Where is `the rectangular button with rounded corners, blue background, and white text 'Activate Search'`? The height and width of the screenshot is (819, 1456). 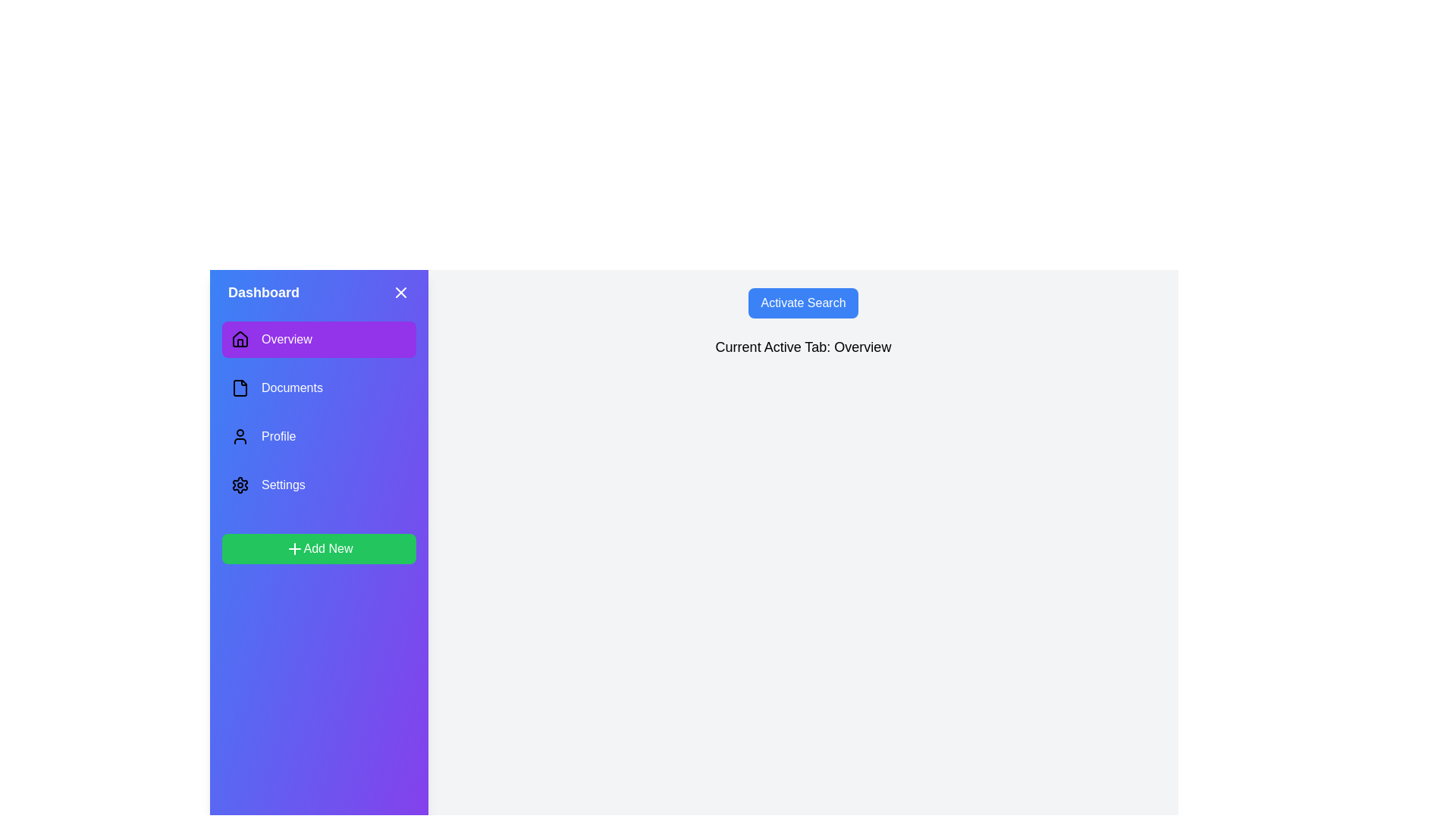
the rectangular button with rounded corners, blue background, and white text 'Activate Search' is located at coordinates (802, 303).